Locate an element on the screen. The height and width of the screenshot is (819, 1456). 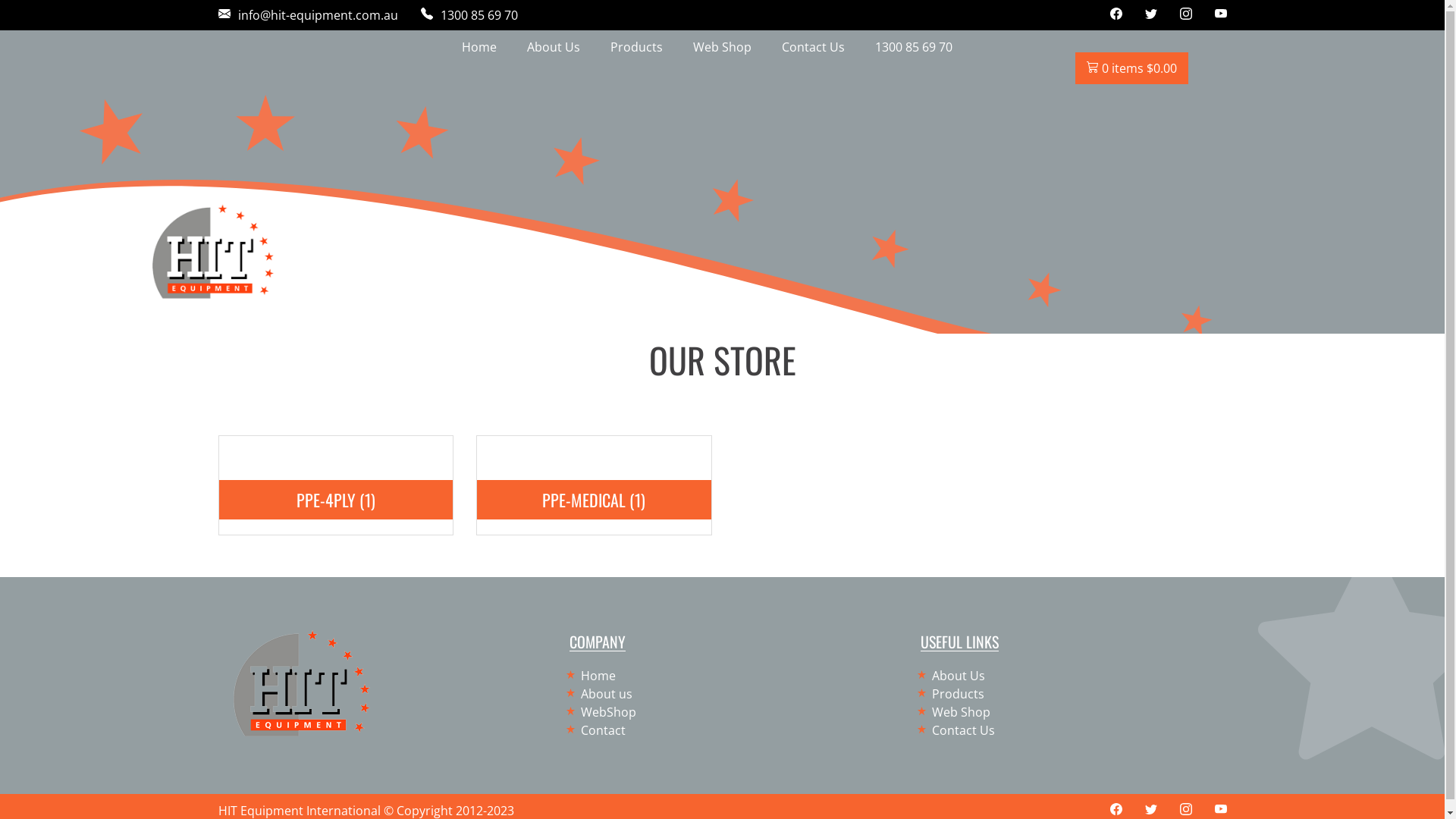
'Home' is located at coordinates (591, 675).